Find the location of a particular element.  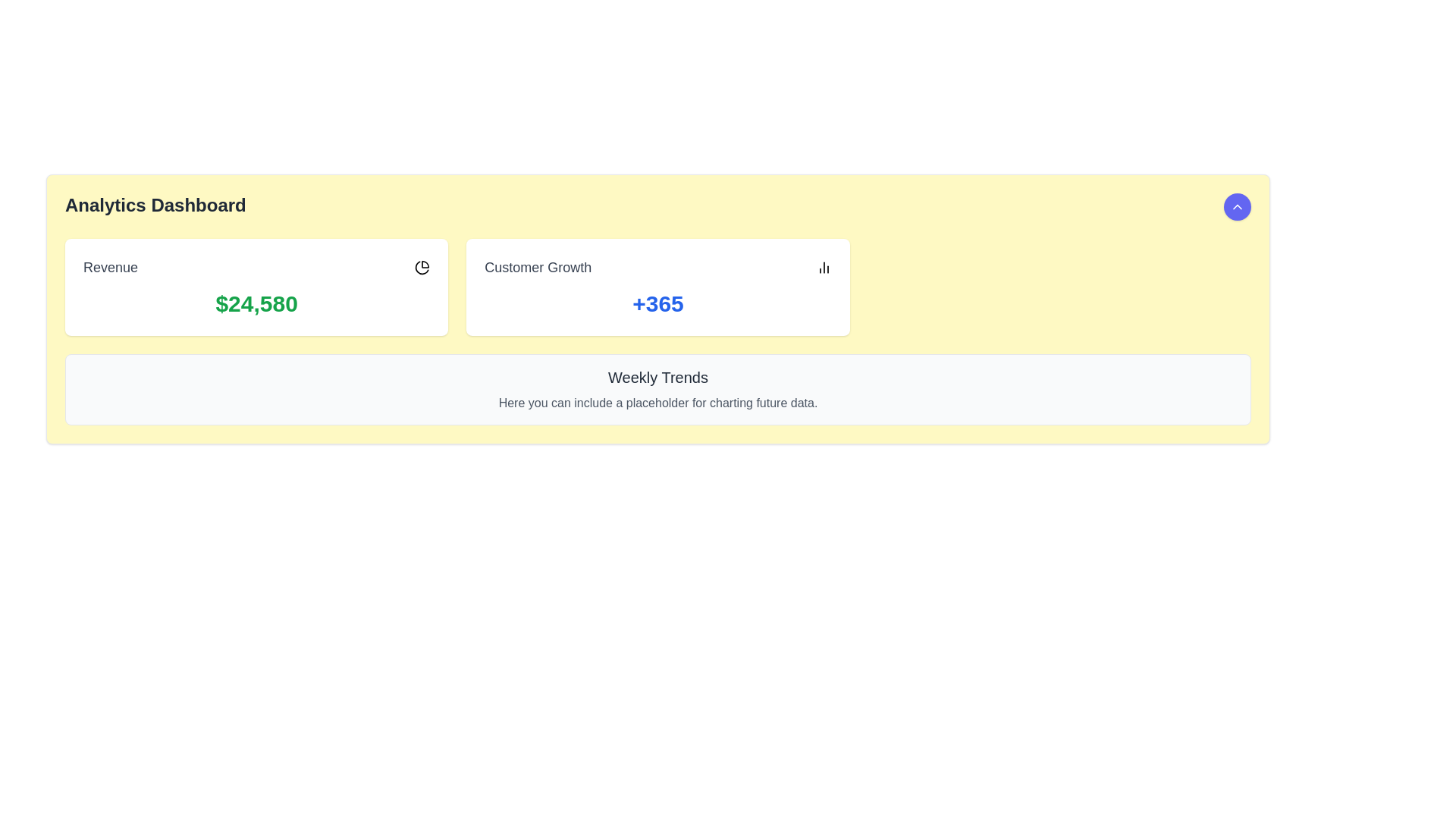

the text label element displaying 'Customer Growth' which is styled with a light gray font and positioned in the top section of a yellow box, aligned to the left within its group is located at coordinates (538, 267).